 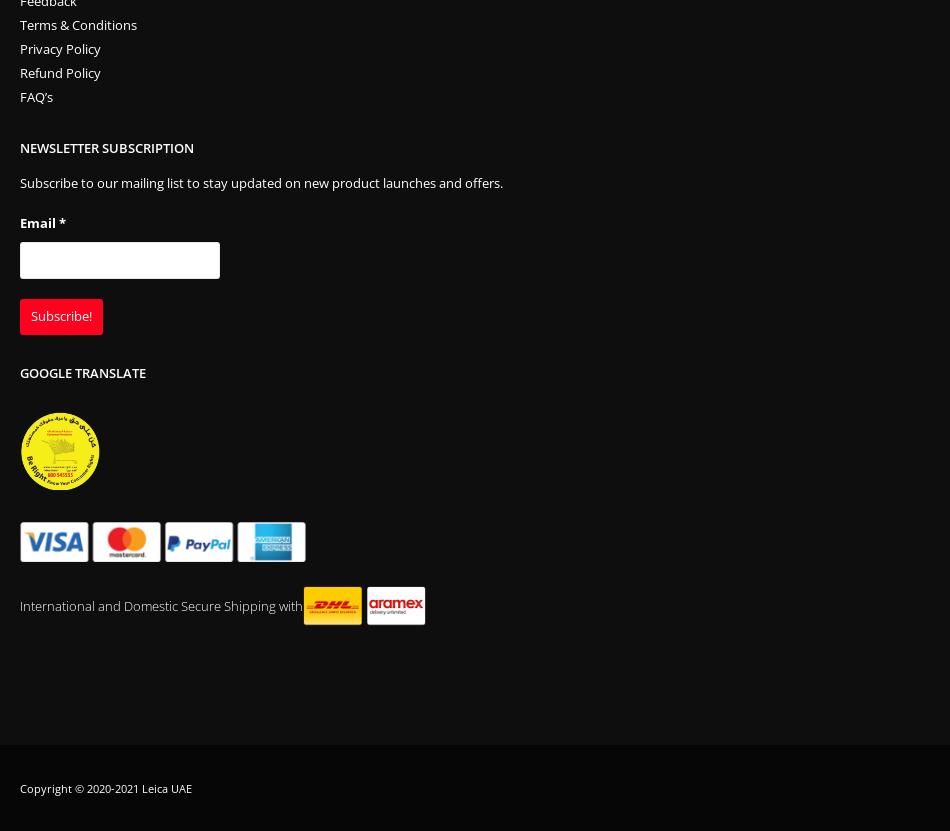 What do you see at coordinates (62, 222) in the screenshot?
I see `'*'` at bounding box center [62, 222].